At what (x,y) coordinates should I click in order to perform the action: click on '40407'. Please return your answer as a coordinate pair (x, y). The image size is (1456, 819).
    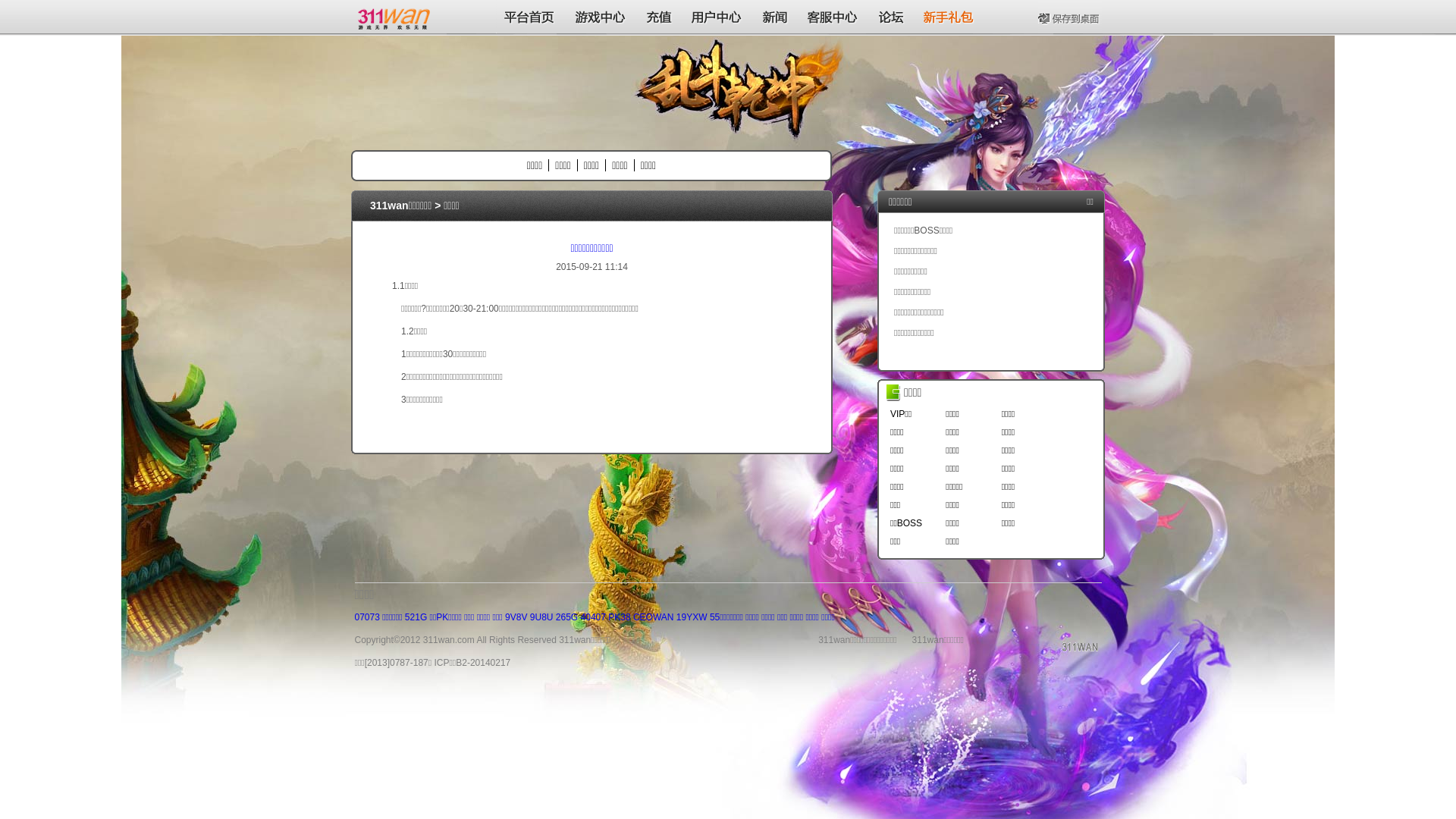
    Looking at the image, I should click on (592, 617).